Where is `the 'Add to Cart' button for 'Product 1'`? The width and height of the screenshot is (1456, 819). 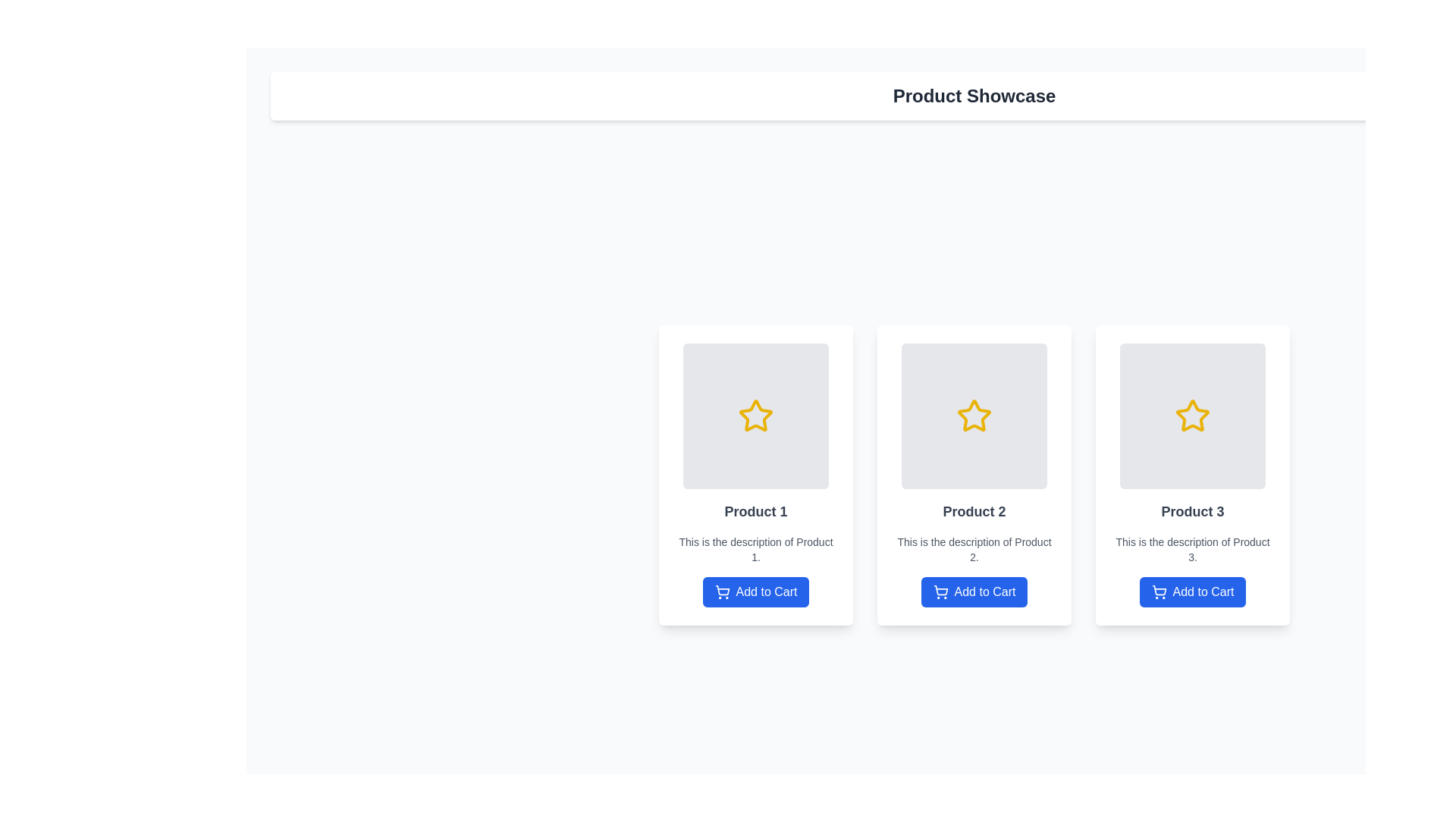
the 'Add to Cart' button for 'Product 1' is located at coordinates (756, 591).